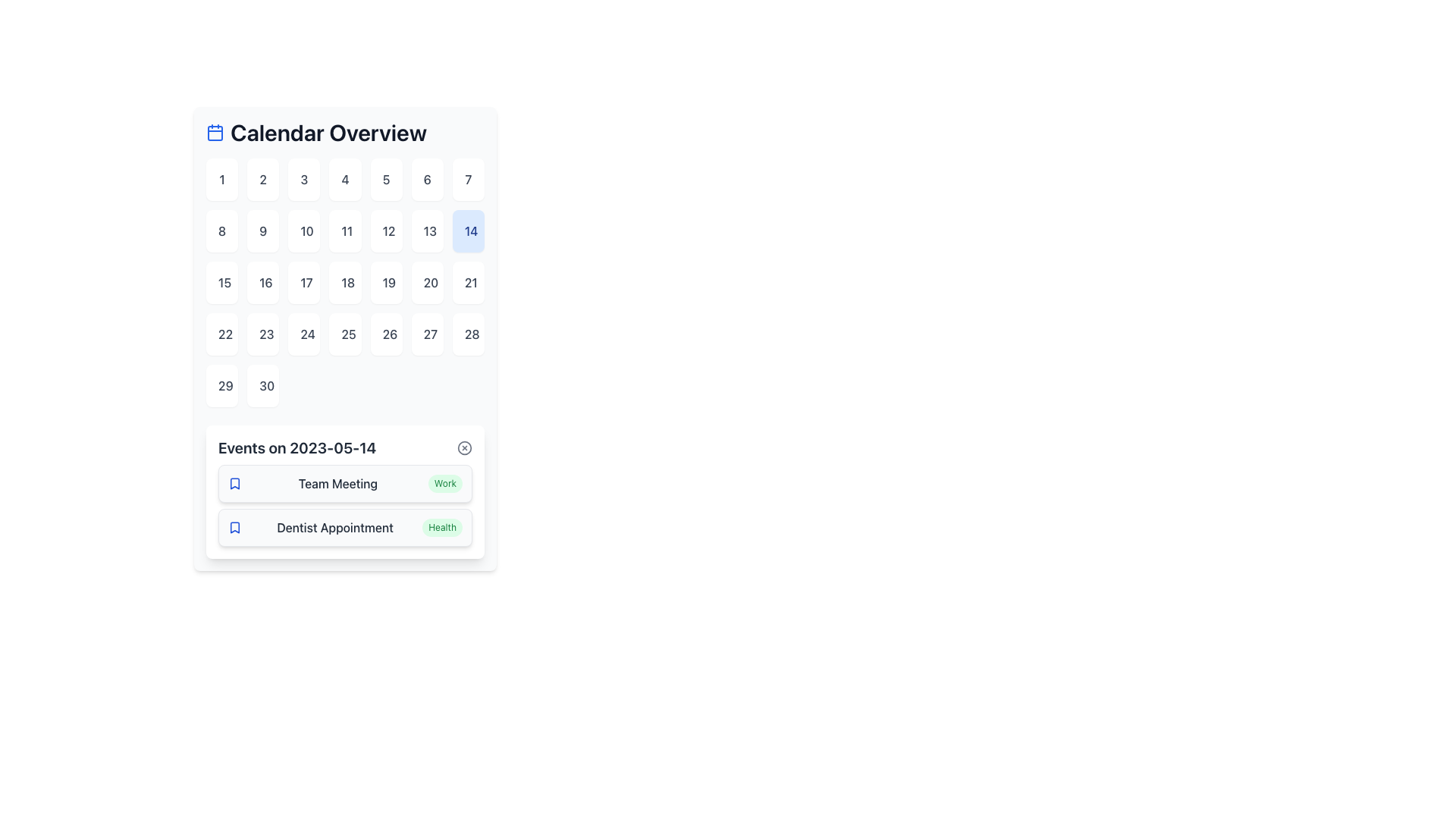 The width and height of the screenshot is (1456, 819). What do you see at coordinates (344, 526) in the screenshot?
I see `the second list item labeled 'Dentist Appointment' under the 'Events on 2023-05-14' section` at bounding box center [344, 526].